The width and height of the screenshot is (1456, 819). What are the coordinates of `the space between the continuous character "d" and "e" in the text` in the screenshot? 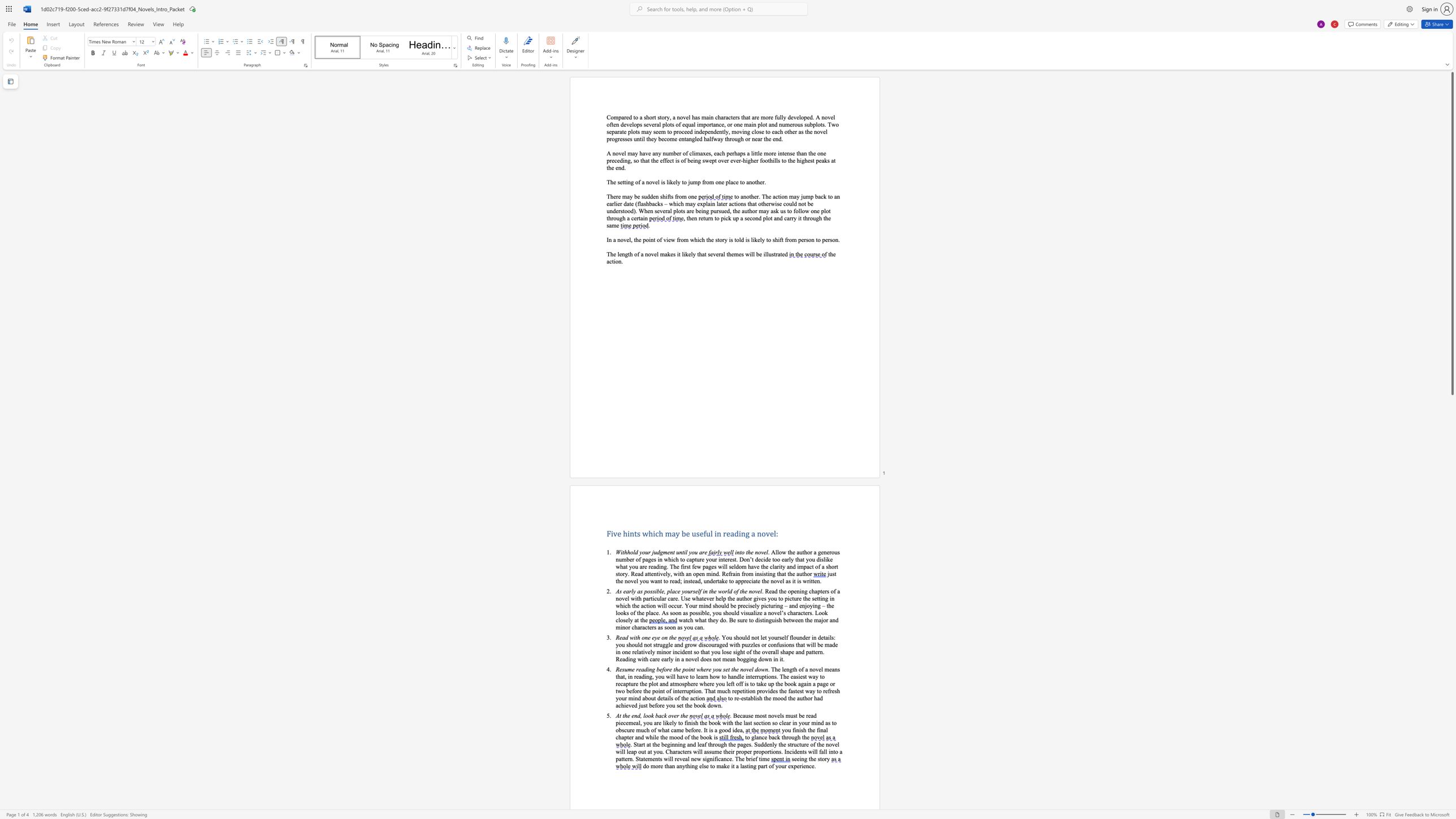 It's located at (652, 196).